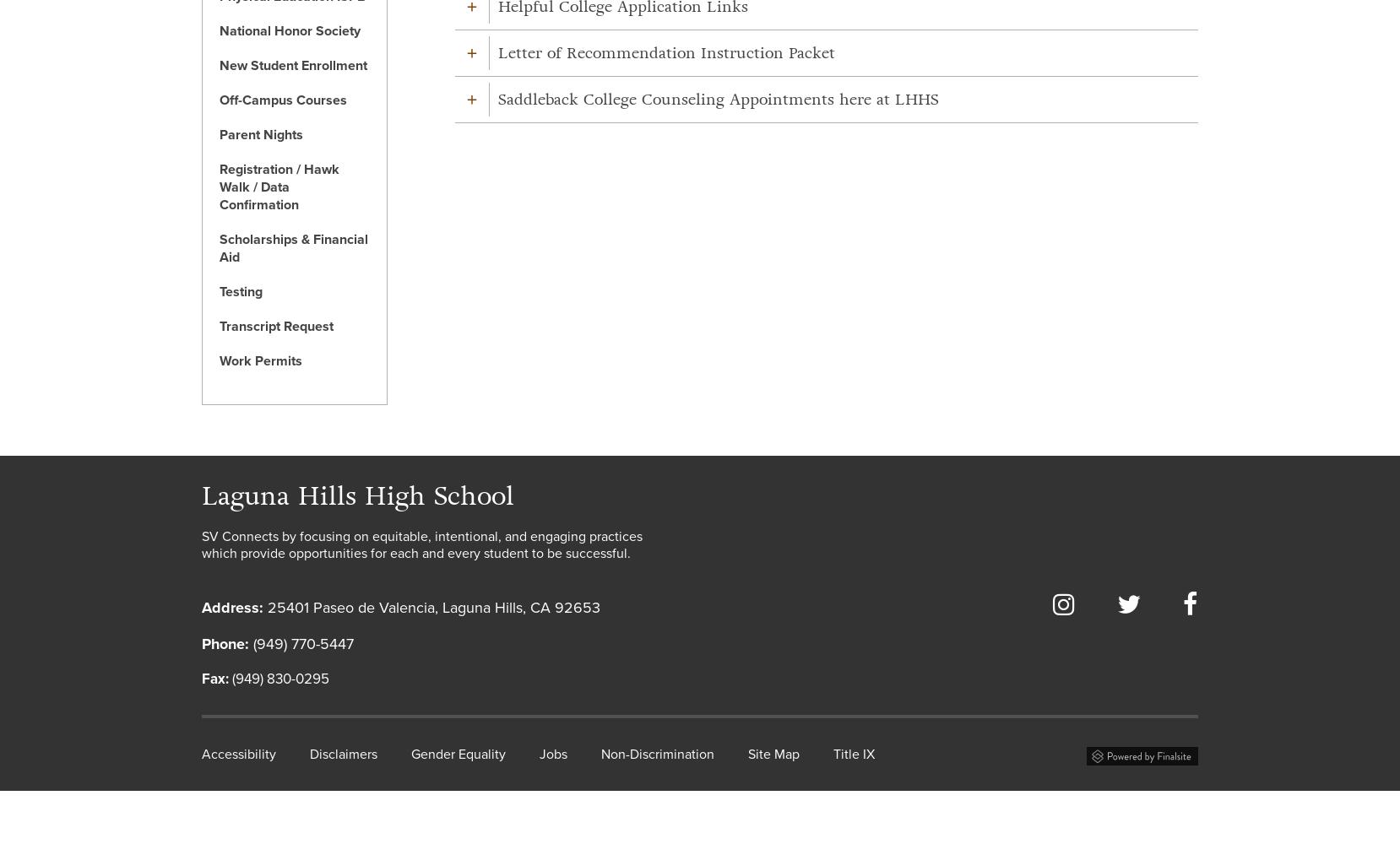 This screenshot has width=1400, height=844. Describe the element at coordinates (666, 52) in the screenshot. I see `'Letter of Recommendation Instruction Packet'` at that location.